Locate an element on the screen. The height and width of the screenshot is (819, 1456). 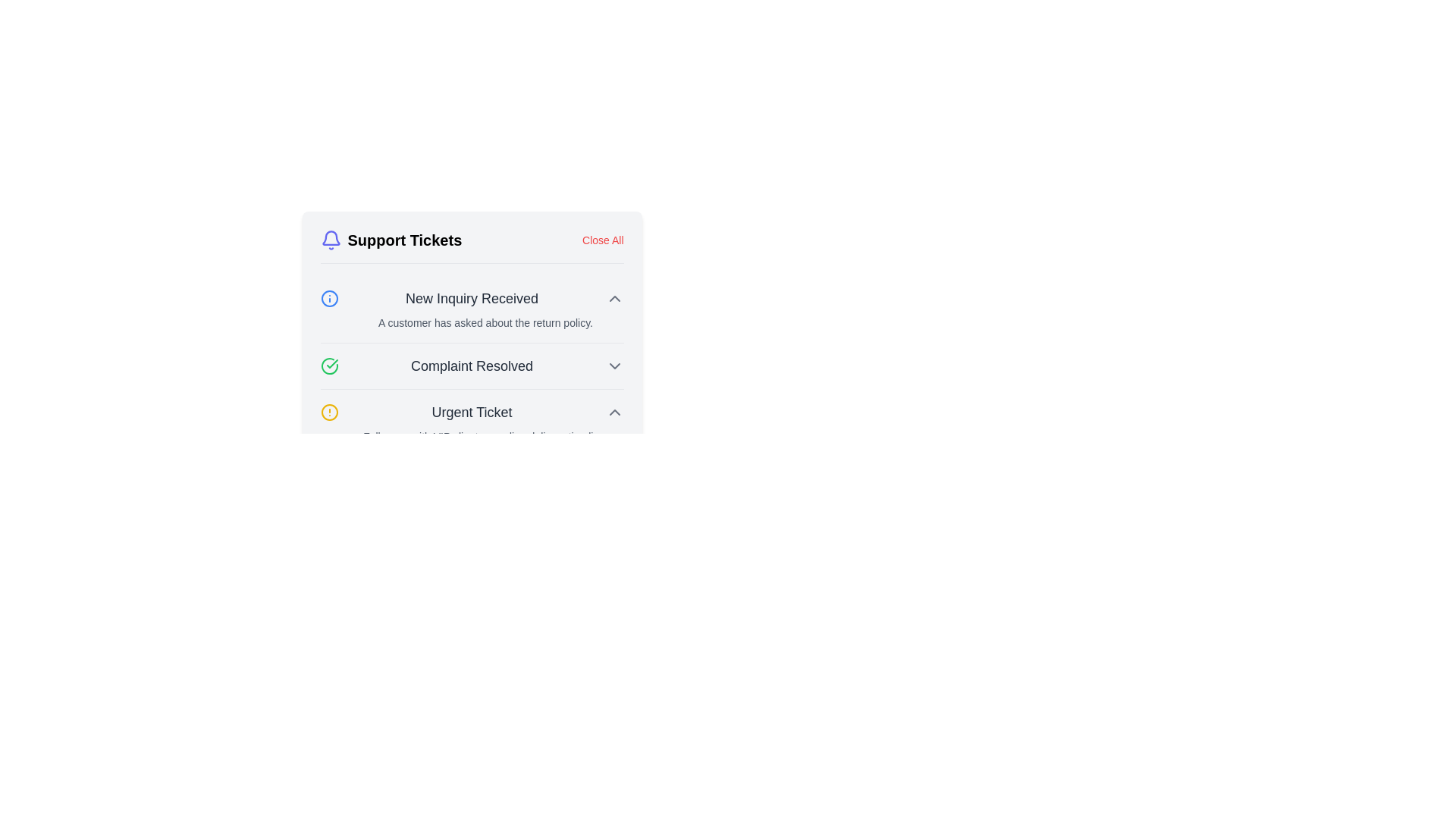
the first item in the notification list that provides details about a new customer inquiry, which is a collapsible item positioned above similar items labeled 'Complaint Resolved' and 'Urgent Ticket' is located at coordinates (471, 309).